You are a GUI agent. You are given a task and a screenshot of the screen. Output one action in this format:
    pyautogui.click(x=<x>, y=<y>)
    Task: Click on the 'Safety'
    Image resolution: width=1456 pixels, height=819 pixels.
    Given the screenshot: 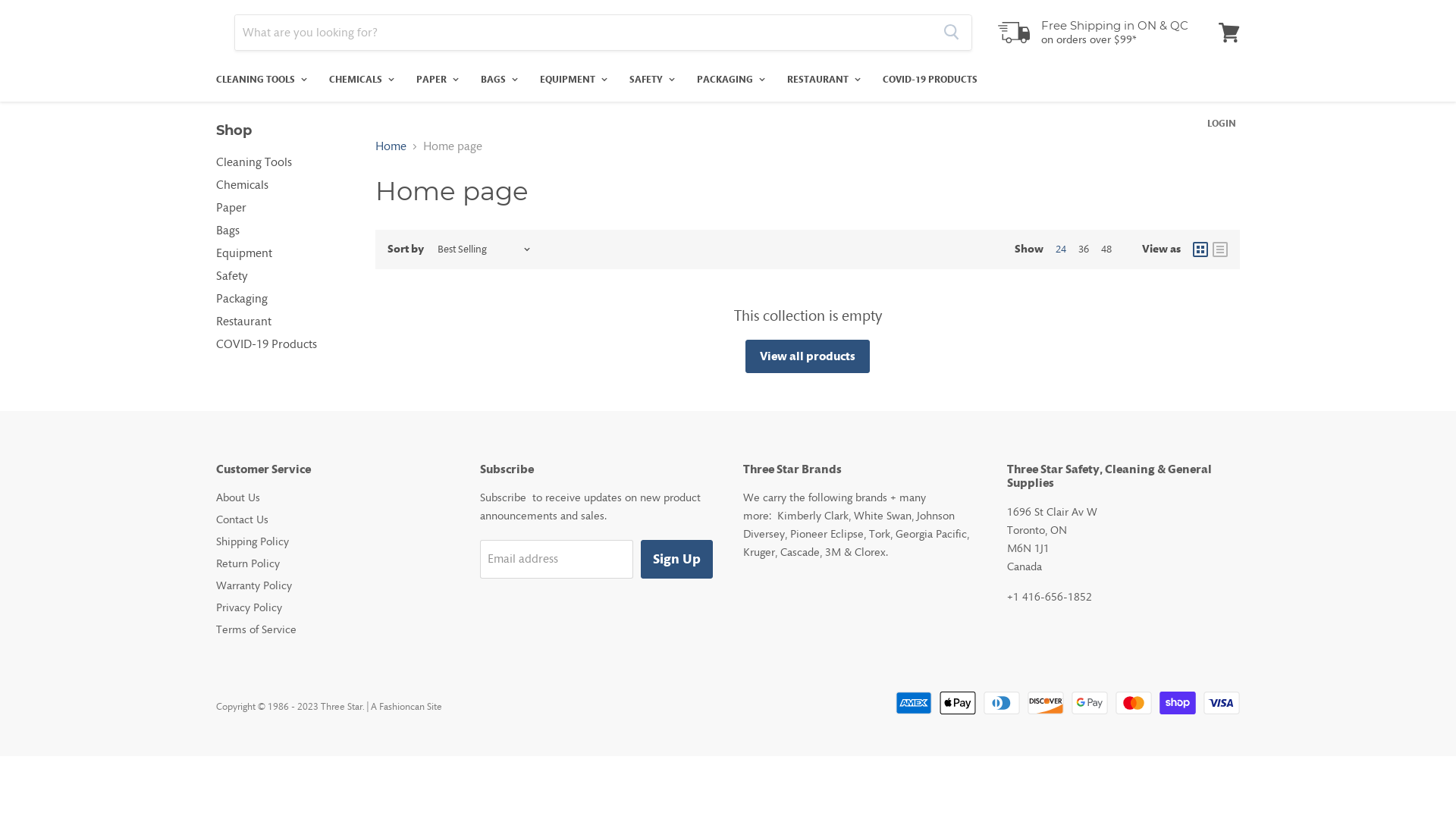 What is the action you would take?
    pyautogui.click(x=231, y=275)
    